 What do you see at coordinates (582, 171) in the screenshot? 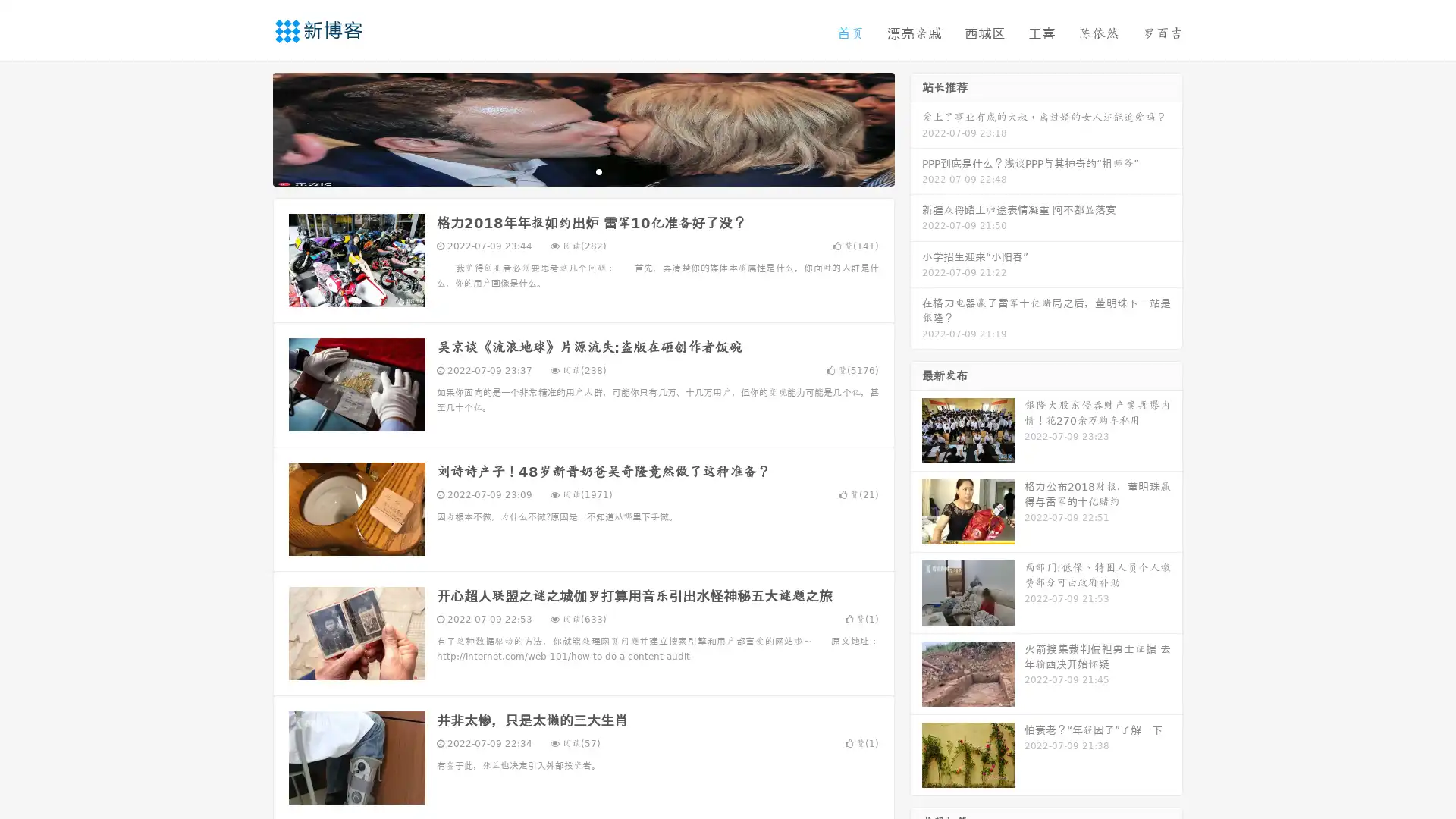
I see `Go to slide 2` at bounding box center [582, 171].